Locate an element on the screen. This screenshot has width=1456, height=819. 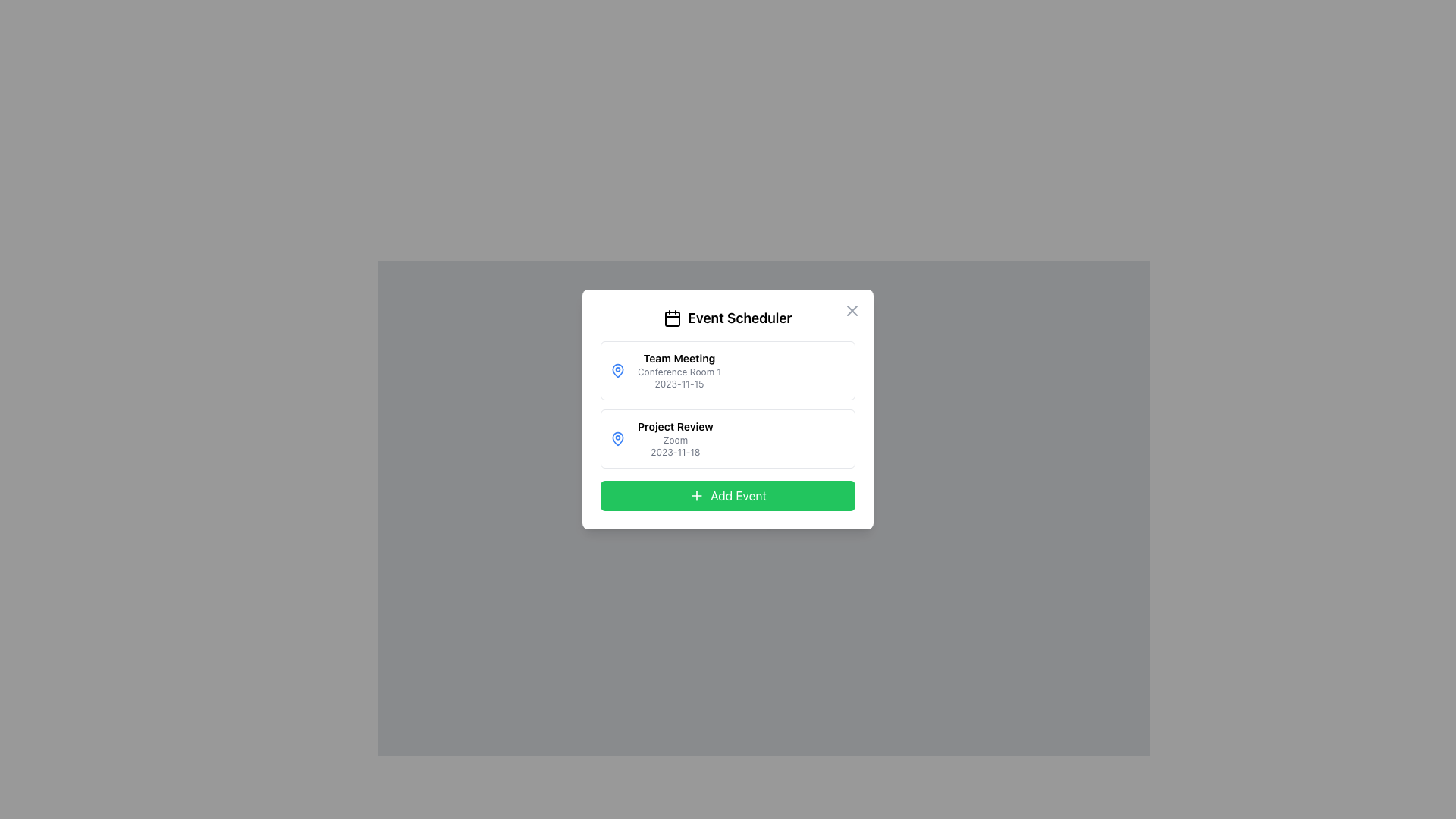
the 'Add Event' button at the bottom of the event scheduler interface is located at coordinates (728, 496).